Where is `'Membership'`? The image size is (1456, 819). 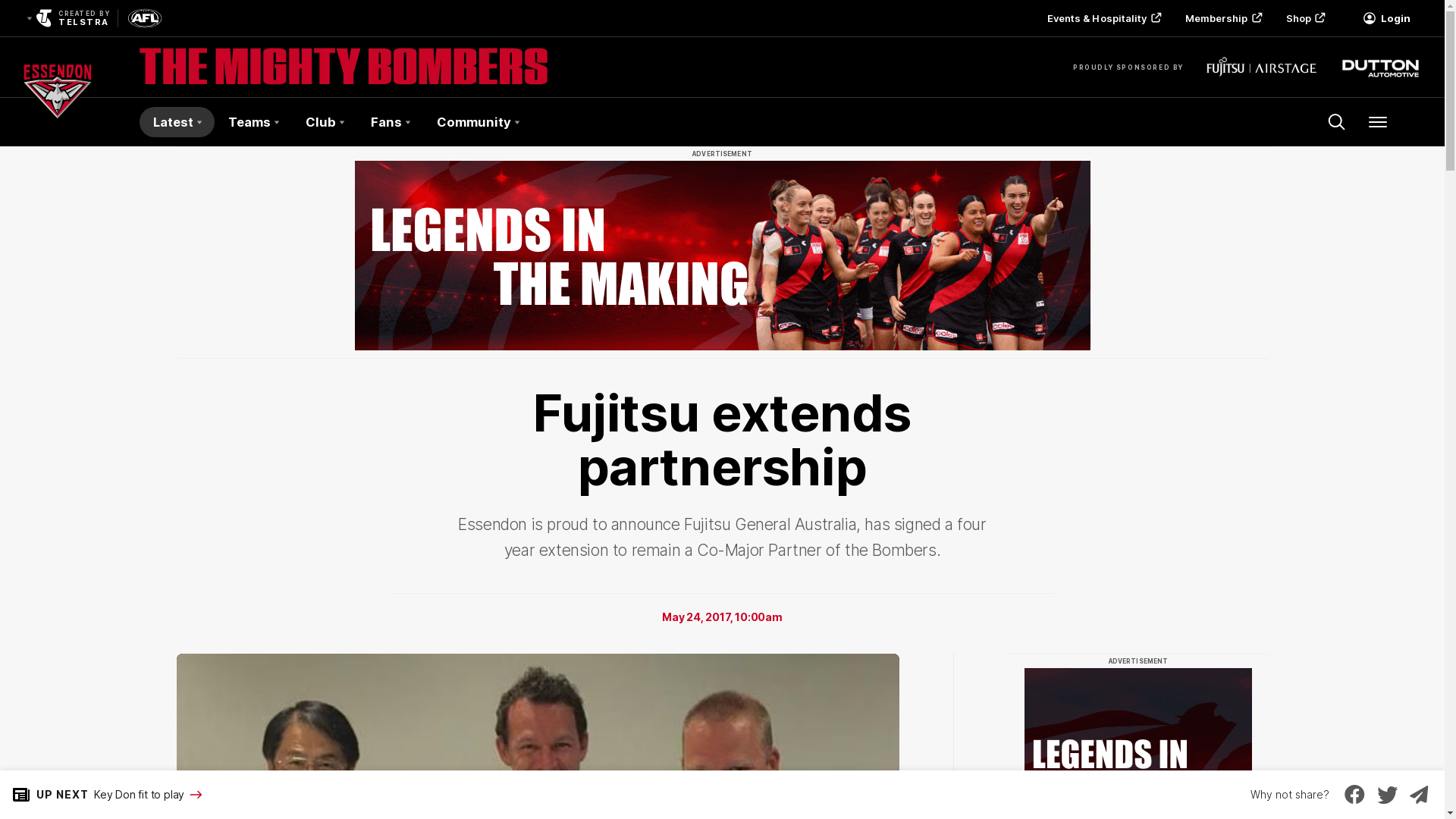
'Membership' is located at coordinates (1171, 17).